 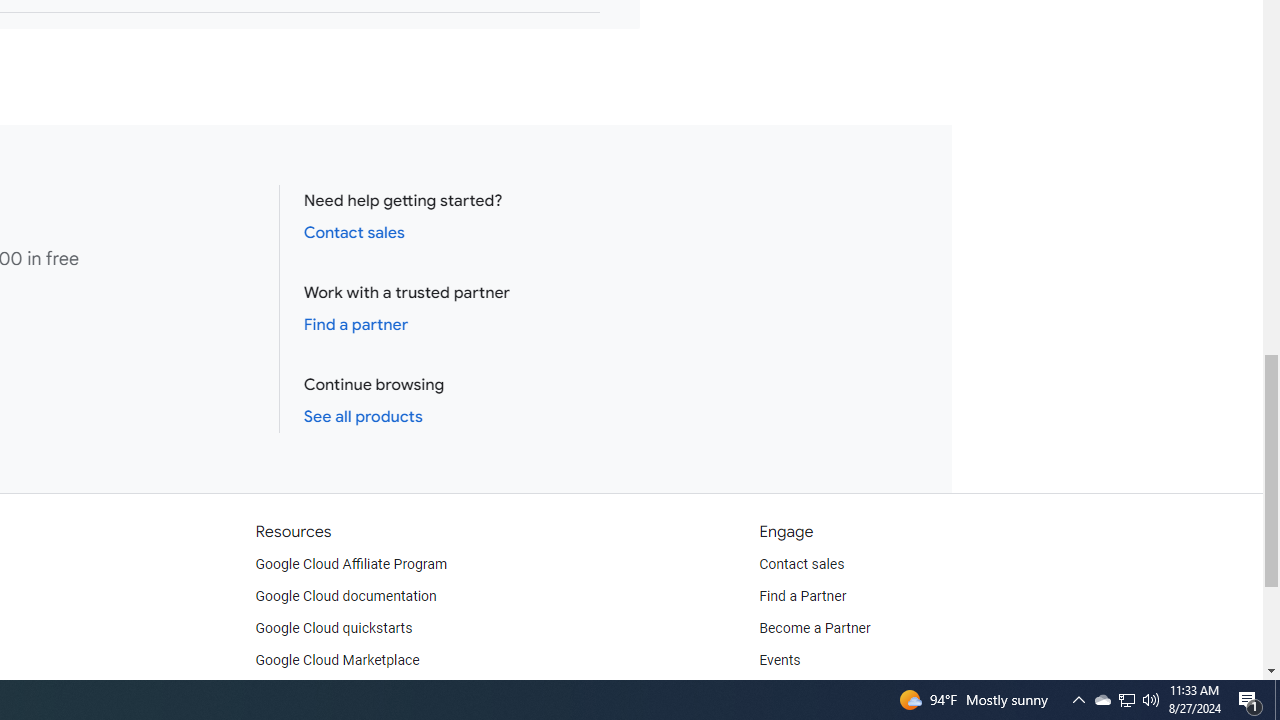 What do you see at coordinates (345, 595) in the screenshot?
I see `'Google Cloud documentation'` at bounding box center [345, 595].